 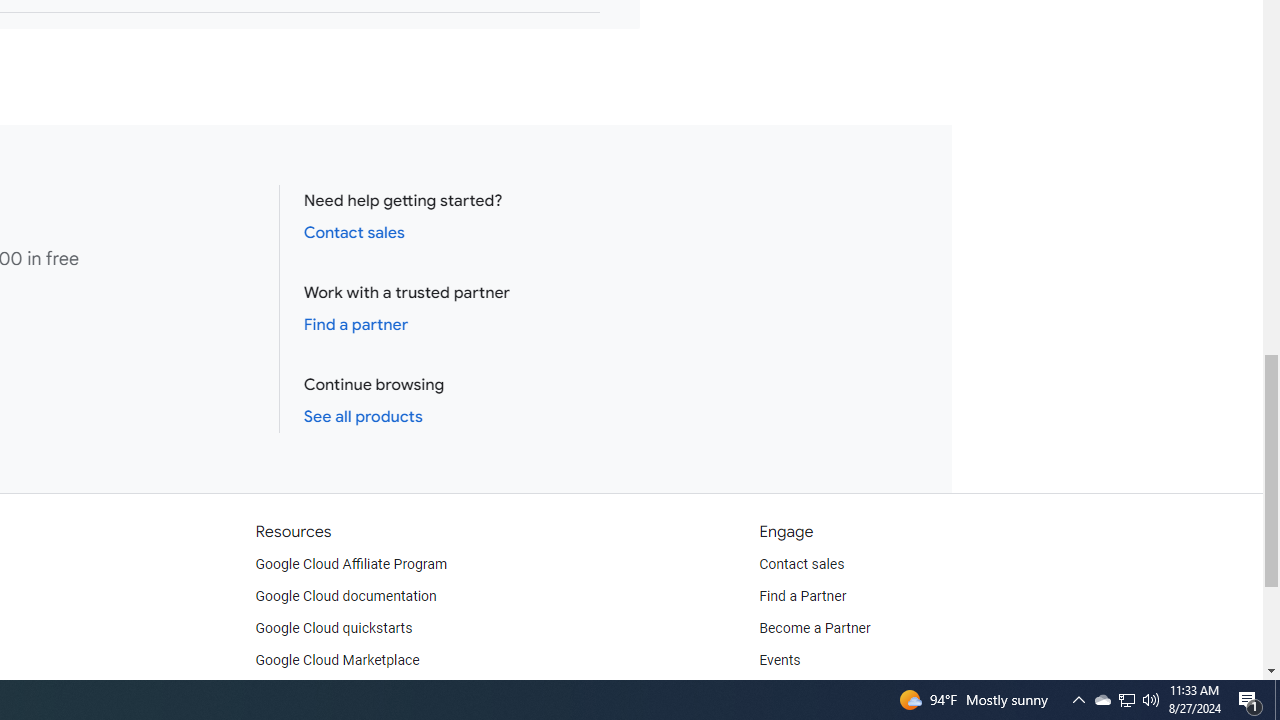 What do you see at coordinates (345, 595) in the screenshot?
I see `'Google Cloud documentation'` at bounding box center [345, 595].